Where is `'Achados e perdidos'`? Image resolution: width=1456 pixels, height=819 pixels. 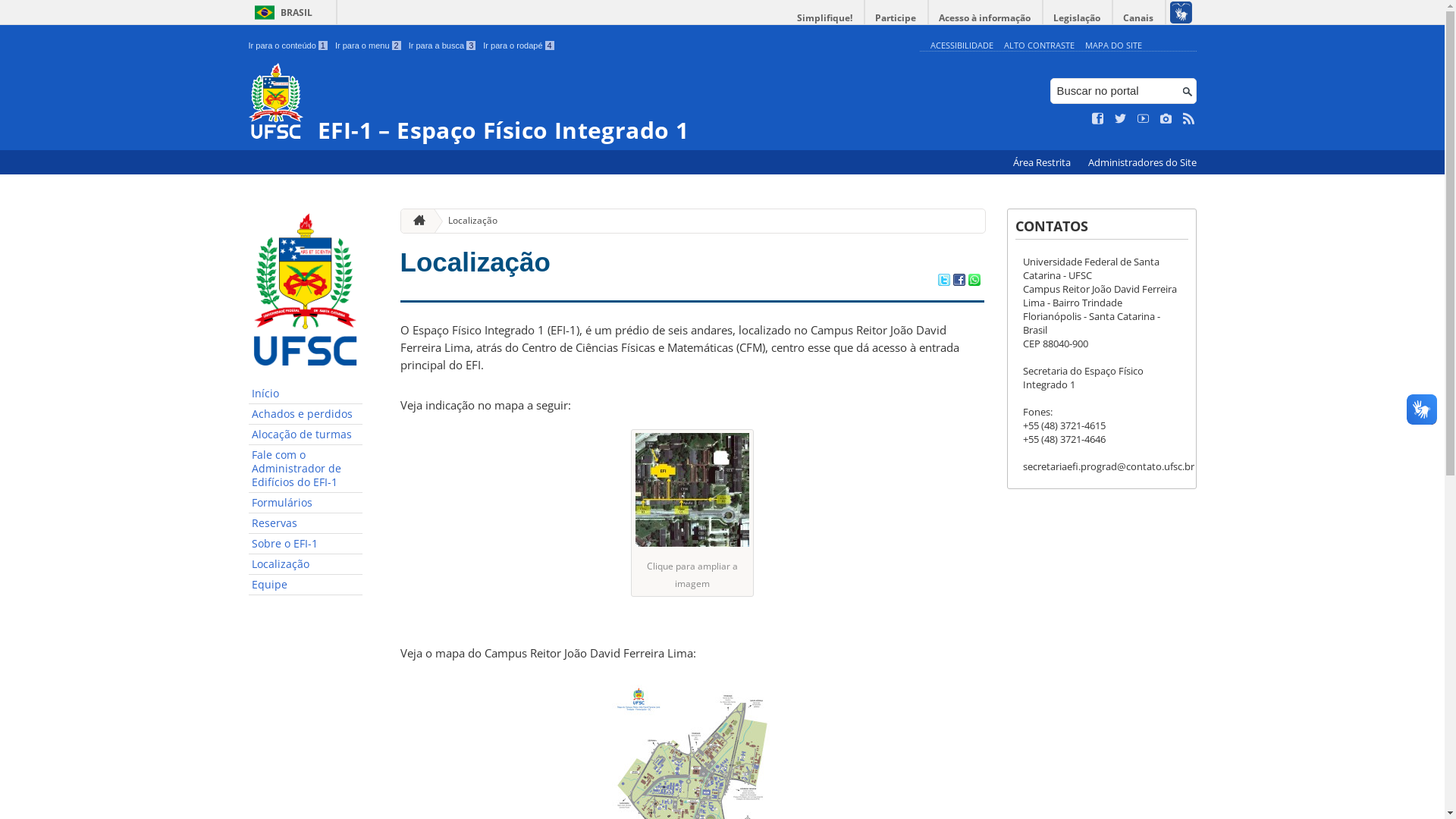 'Achados e perdidos' is located at coordinates (305, 414).